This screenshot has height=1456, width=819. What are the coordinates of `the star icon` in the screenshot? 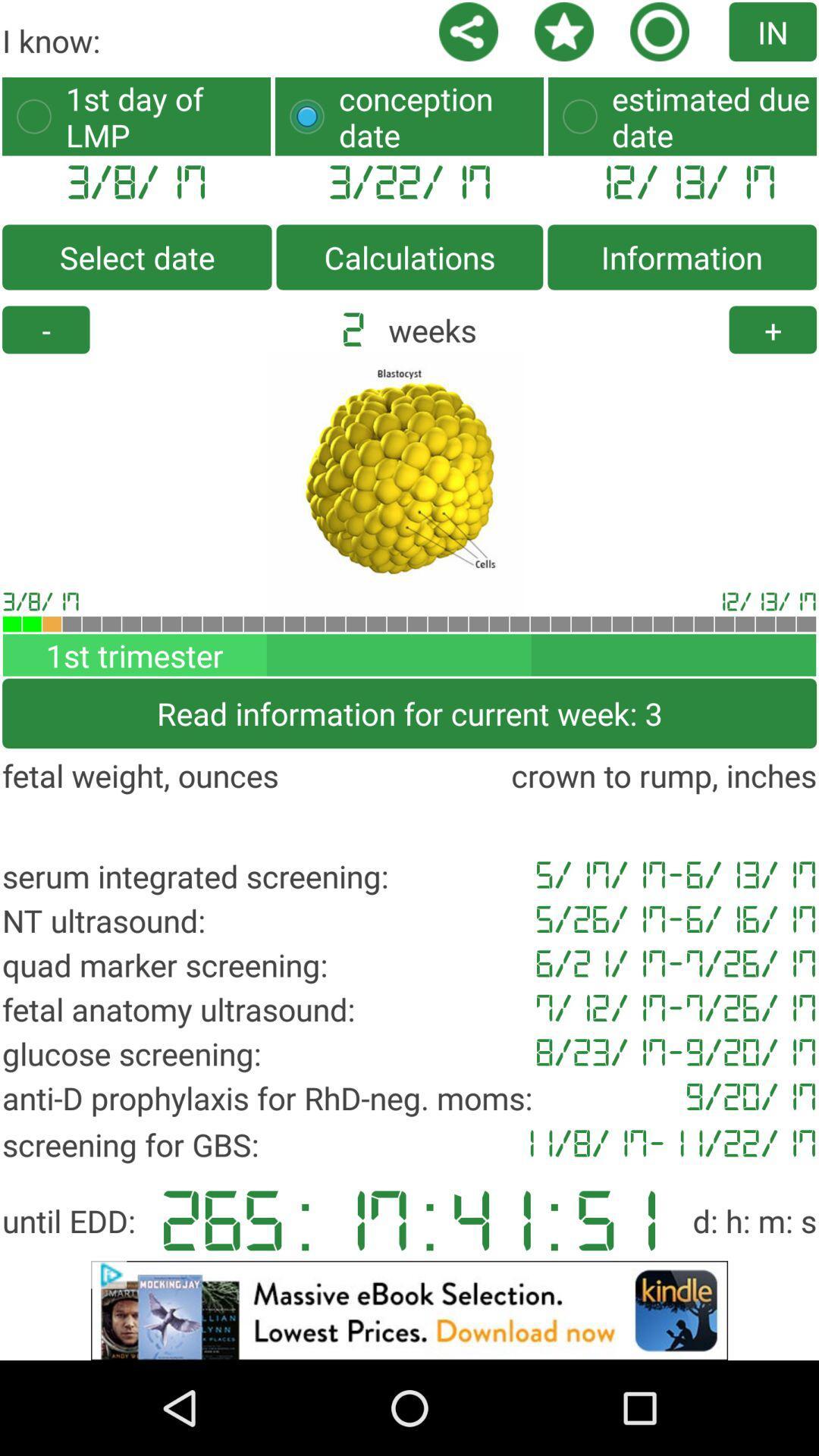 It's located at (546, 33).